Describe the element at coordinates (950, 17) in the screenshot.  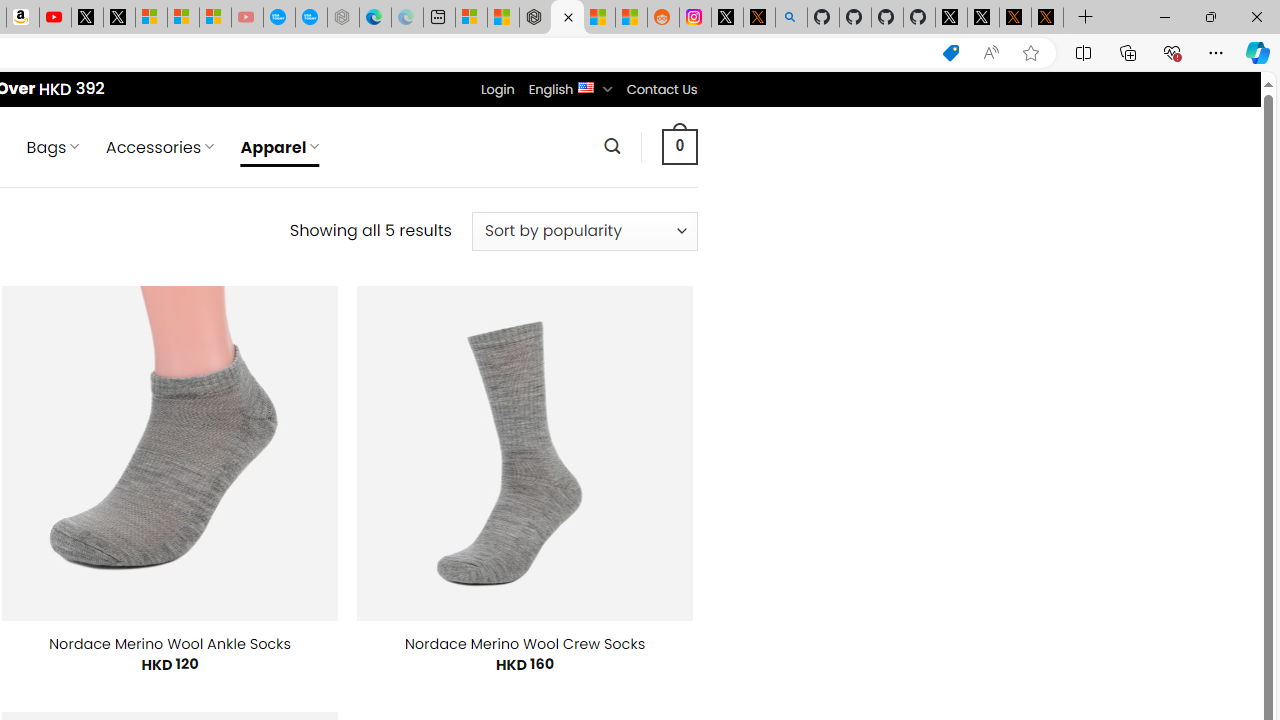
I see `'Profile / X'` at that location.